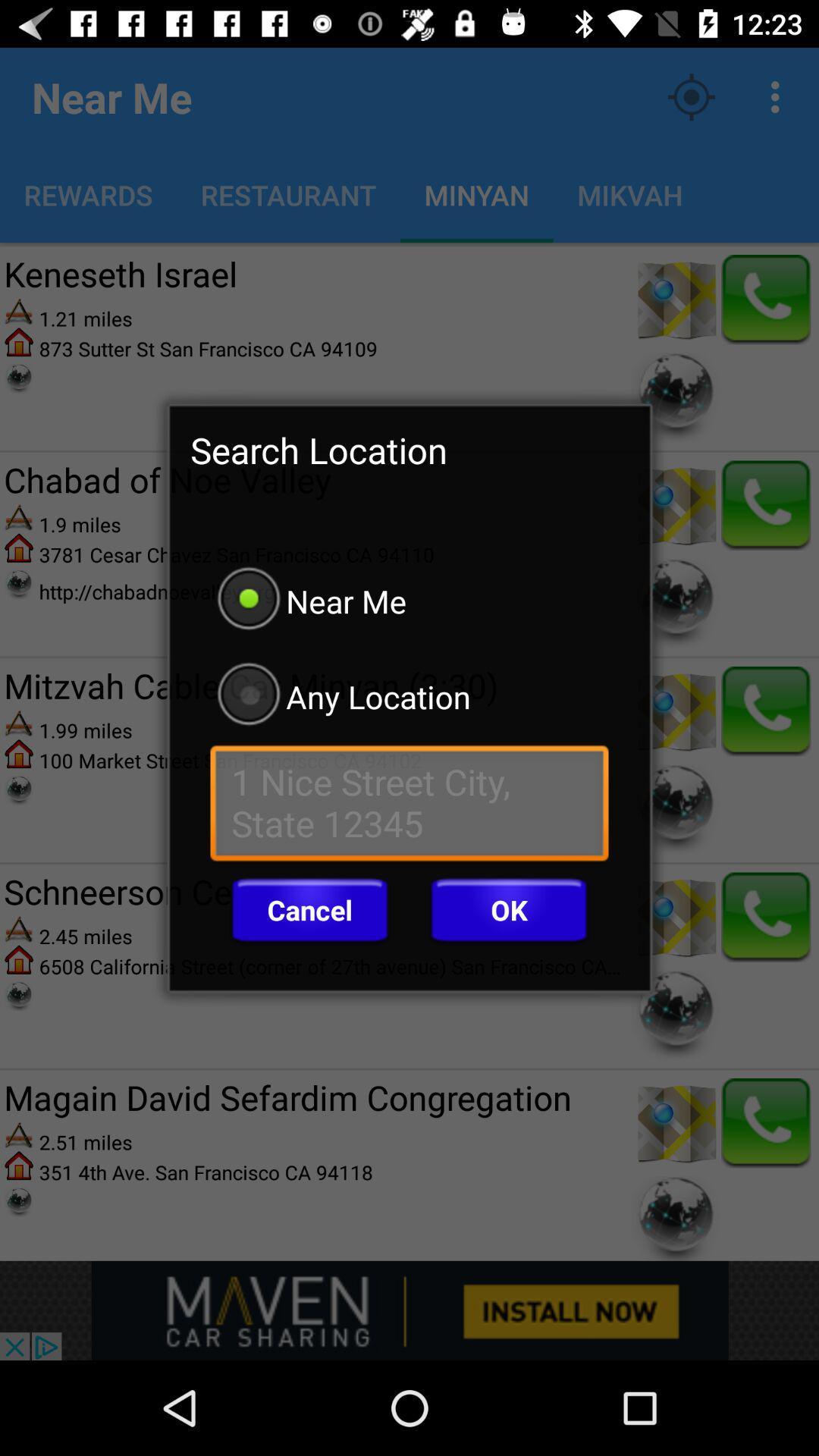 The height and width of the screenshot is (1456, 819). What do you see at coordinates (409, 600) in the screenshot?
I see `radio button above the any location radio button` at bounding box center [409, 600].